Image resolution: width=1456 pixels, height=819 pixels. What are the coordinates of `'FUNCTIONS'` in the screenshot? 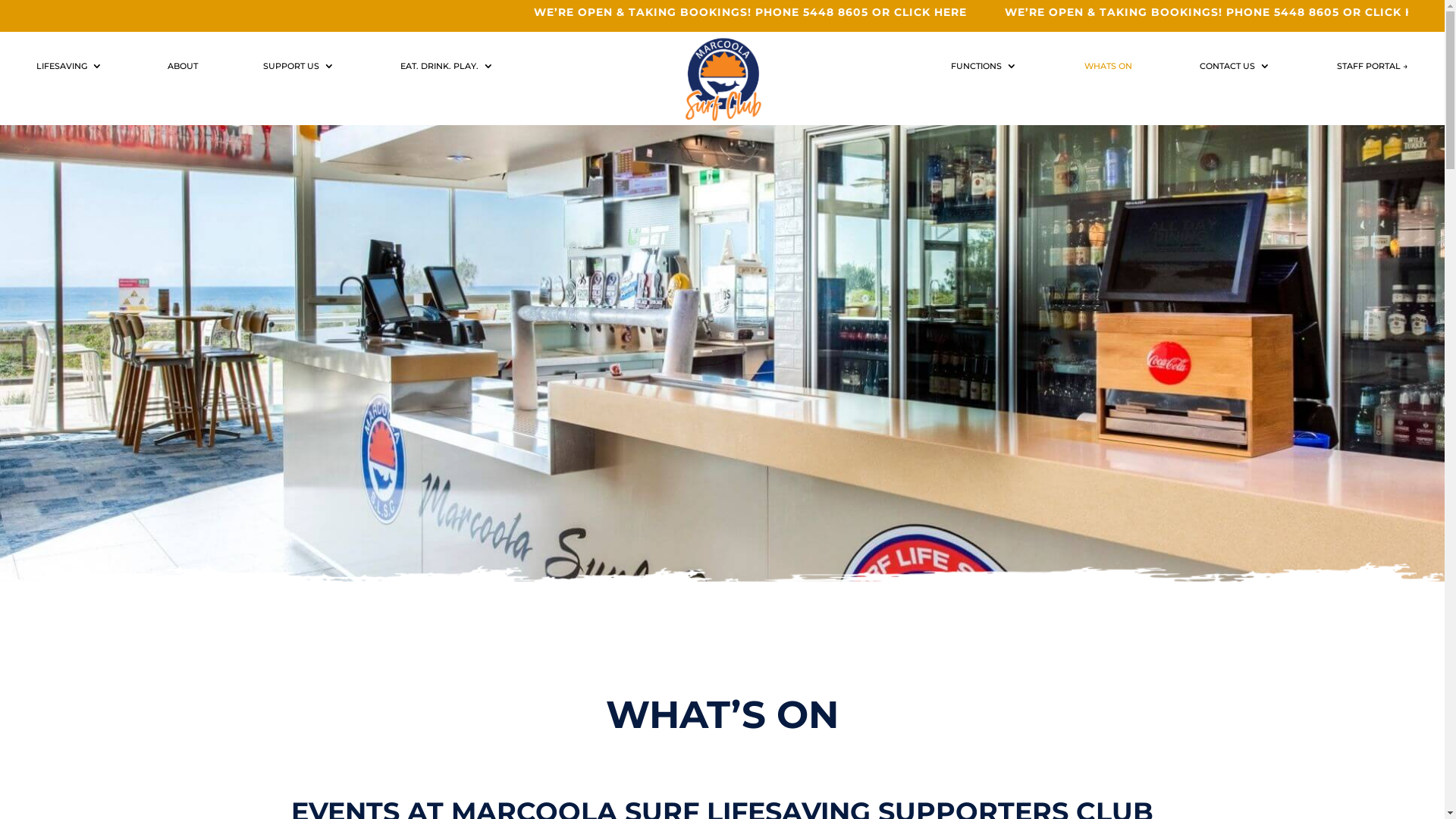 It's located at (984, 69).